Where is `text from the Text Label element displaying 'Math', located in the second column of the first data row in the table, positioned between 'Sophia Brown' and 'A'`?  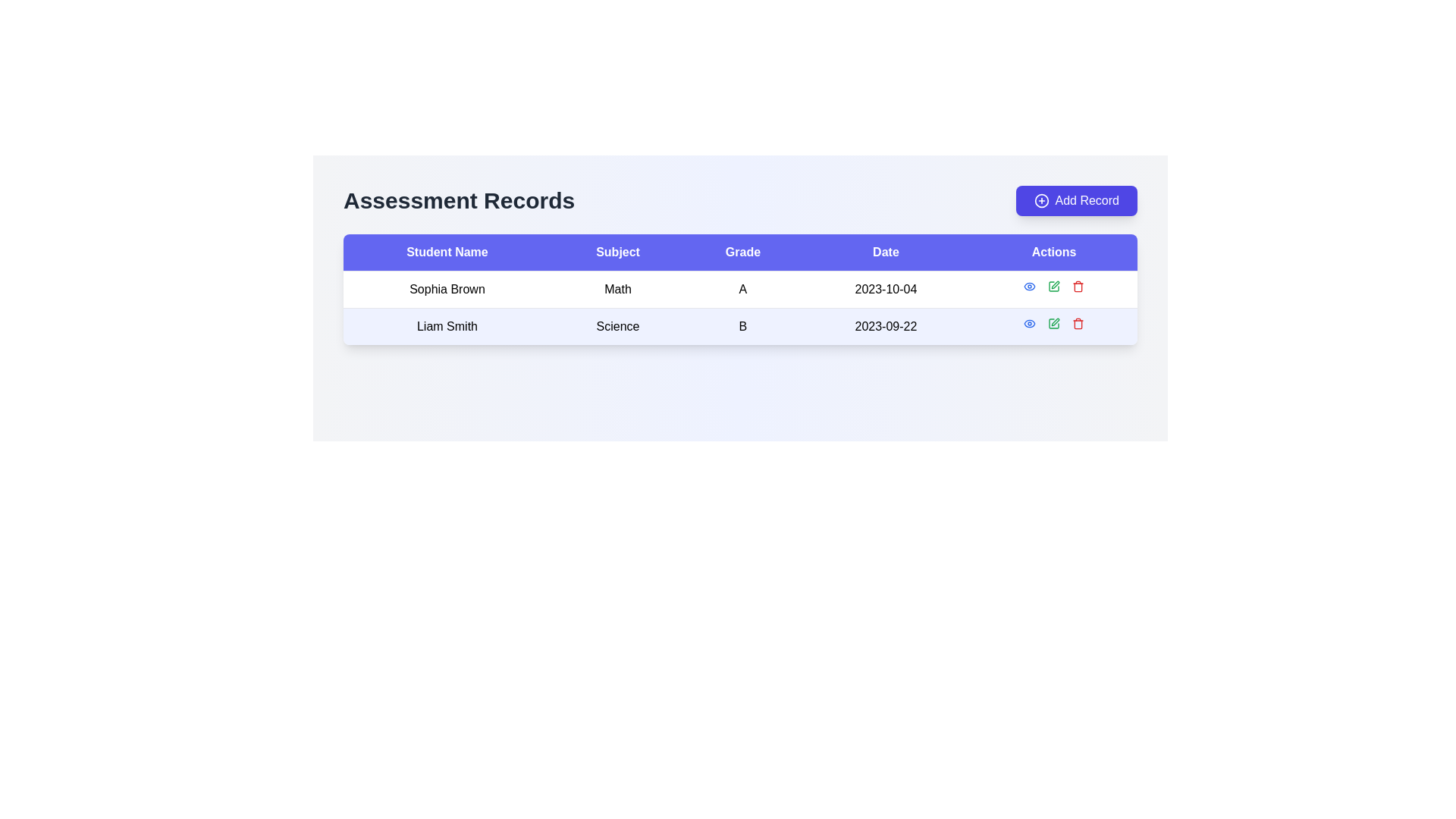
text from the Text Label element displaying 'Math', located in the second column of the first data row in the table, positioned between 'Sophia Brown' and 'A' is located at coordinates (618, 289).